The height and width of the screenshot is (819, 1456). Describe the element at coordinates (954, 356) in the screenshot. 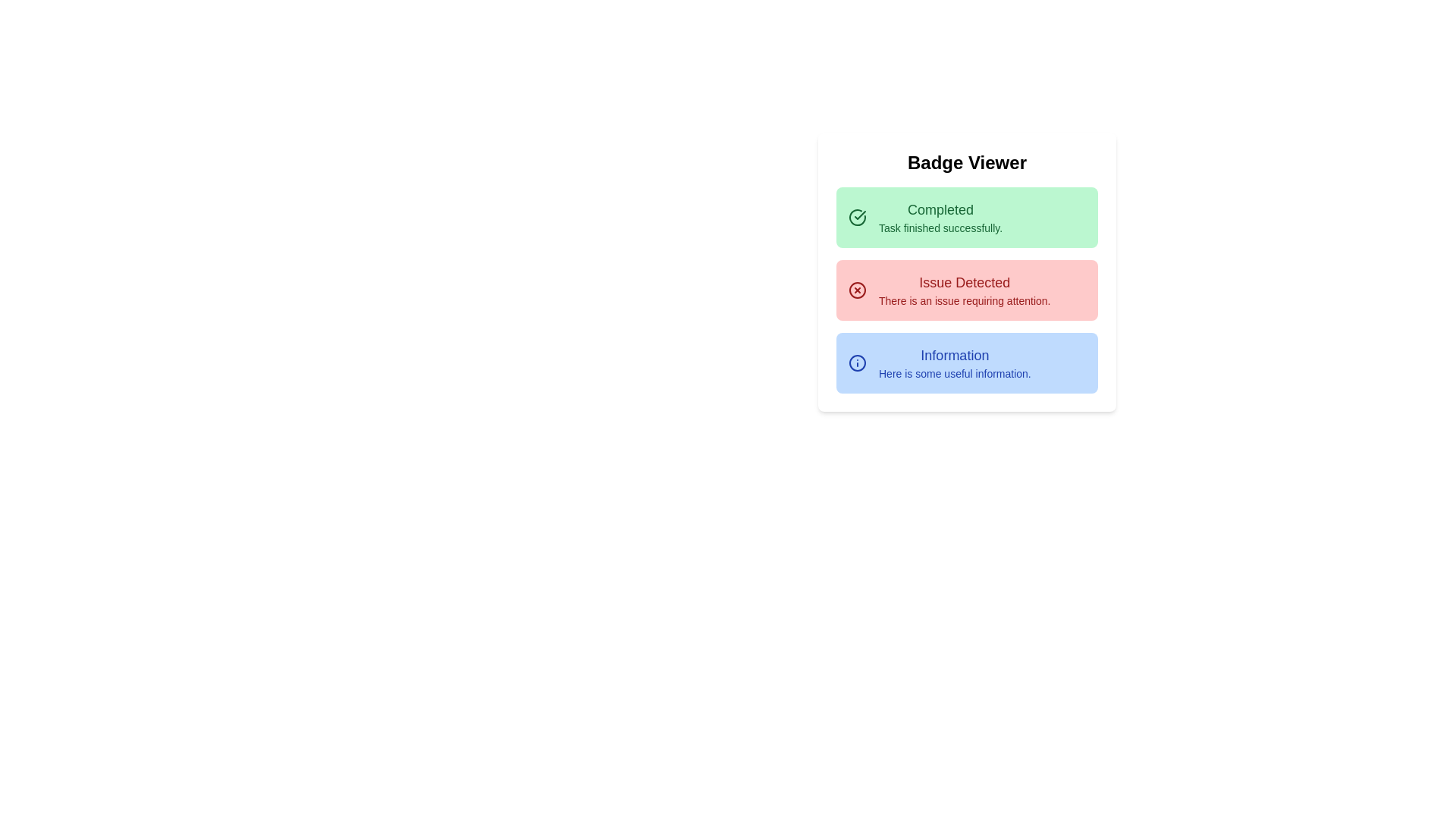

I see `the 'Information' text label, which is styled in bold blue font against a light blue background, located at the center of the bounding box coordinates` at that location.